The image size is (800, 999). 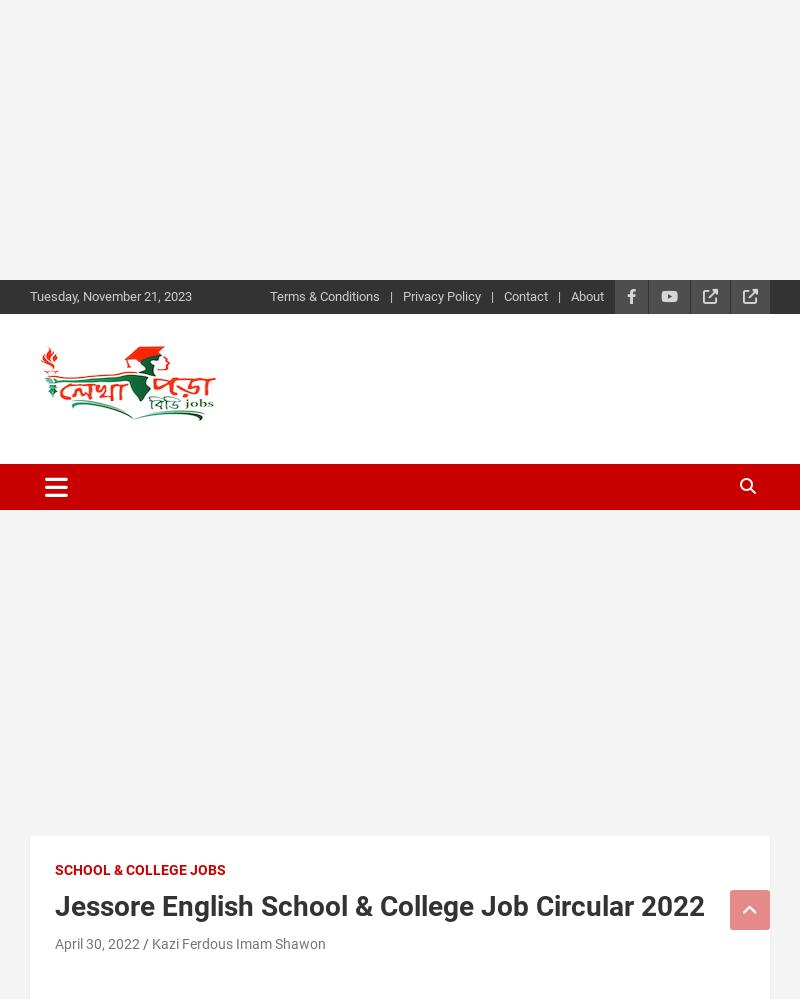 What do you see at coordinates (586, 295) in the screenshot?
I see `'About'` at bounding box center [586, 295].